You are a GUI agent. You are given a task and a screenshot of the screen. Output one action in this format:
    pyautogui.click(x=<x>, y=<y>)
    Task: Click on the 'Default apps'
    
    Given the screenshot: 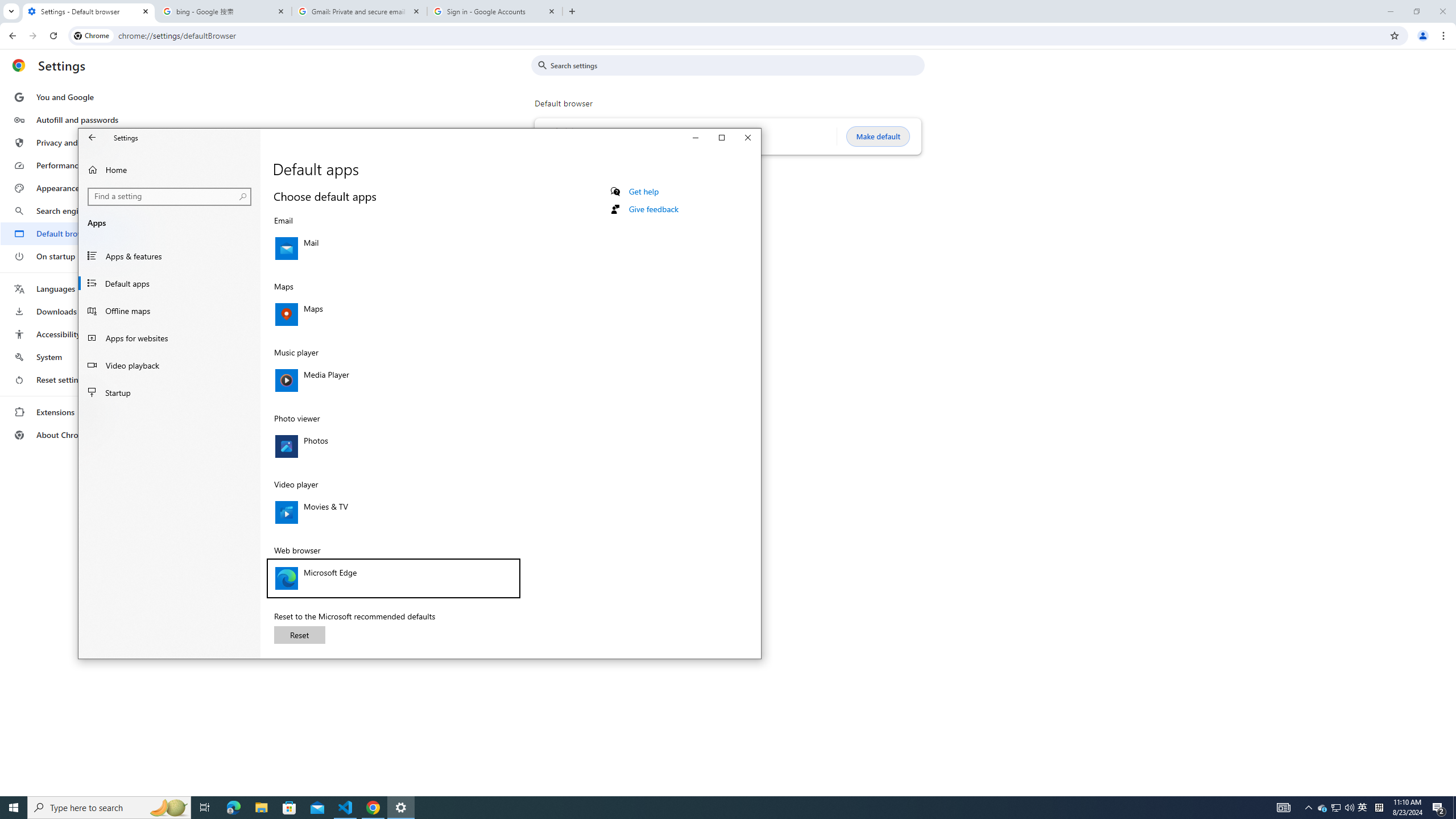 What is the action you would take?
    pyautogui.click(x=169, y=283)
    